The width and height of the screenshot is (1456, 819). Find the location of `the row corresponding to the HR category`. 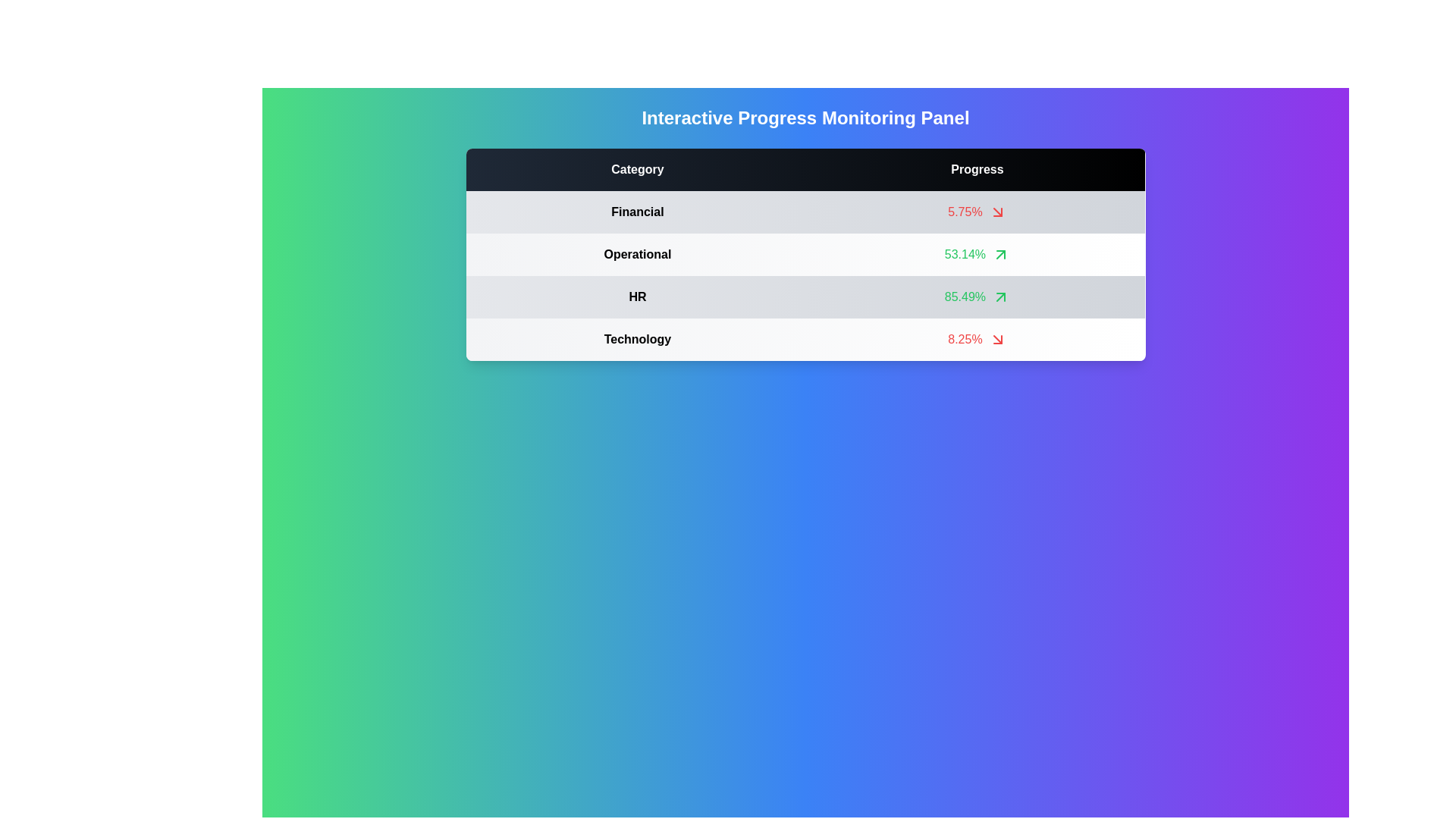

the row corresponding to the HR category is located at coordinates (977, 297).